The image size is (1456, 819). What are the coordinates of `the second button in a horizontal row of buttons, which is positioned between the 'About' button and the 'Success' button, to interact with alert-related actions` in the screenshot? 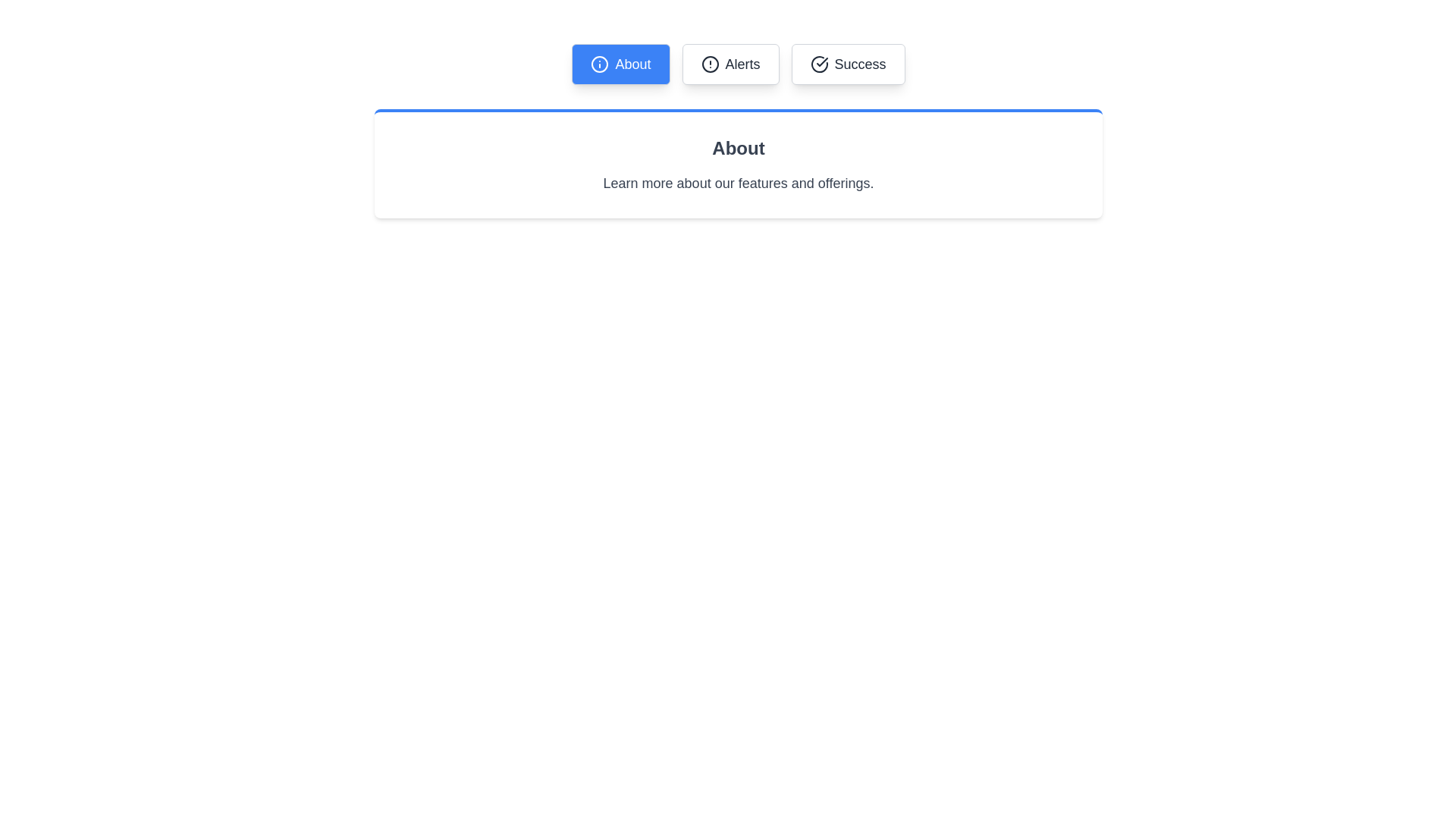 It's located at (730, 63).